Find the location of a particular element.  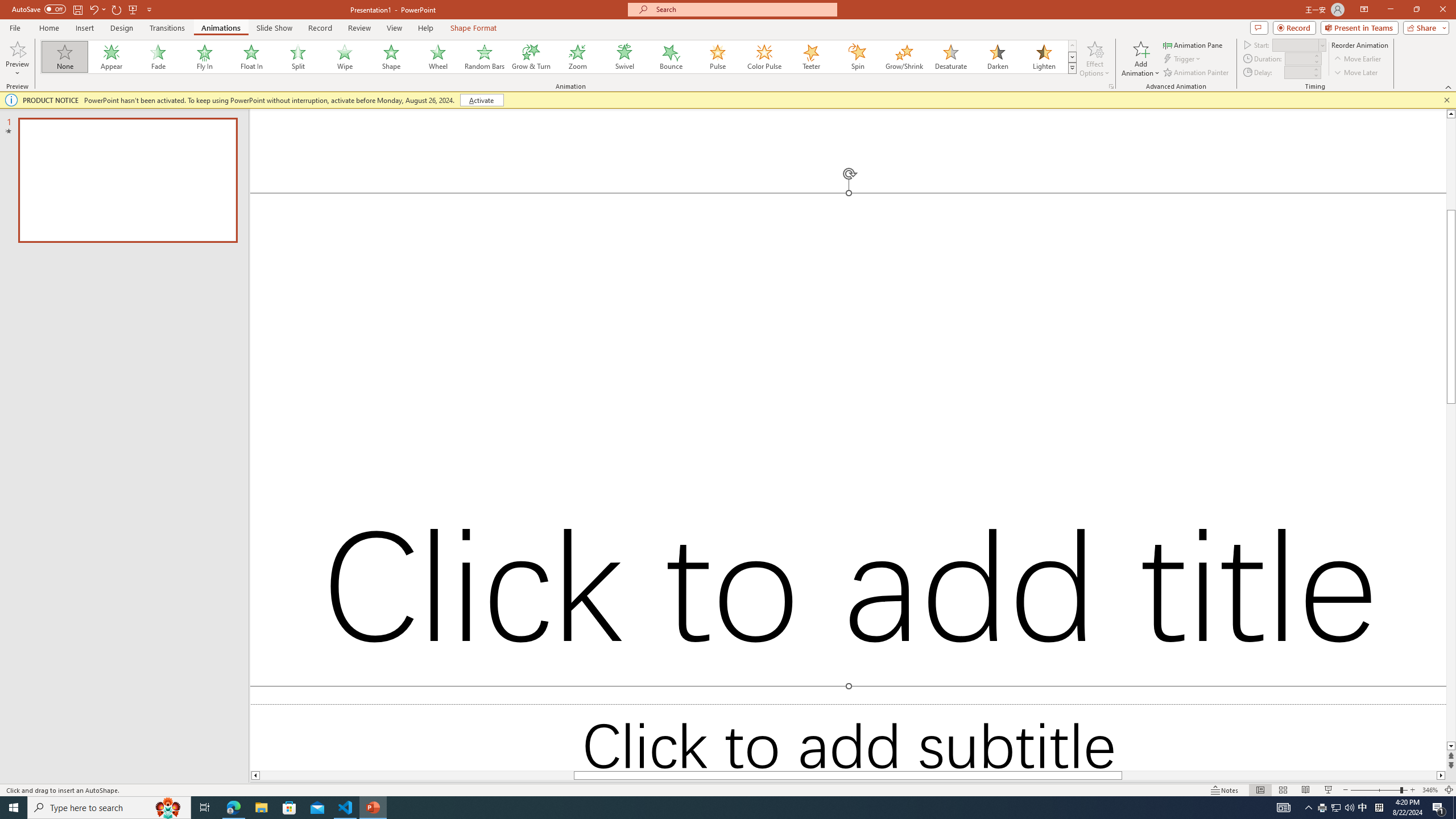

'Spin' is located at coordinates (857, 56).